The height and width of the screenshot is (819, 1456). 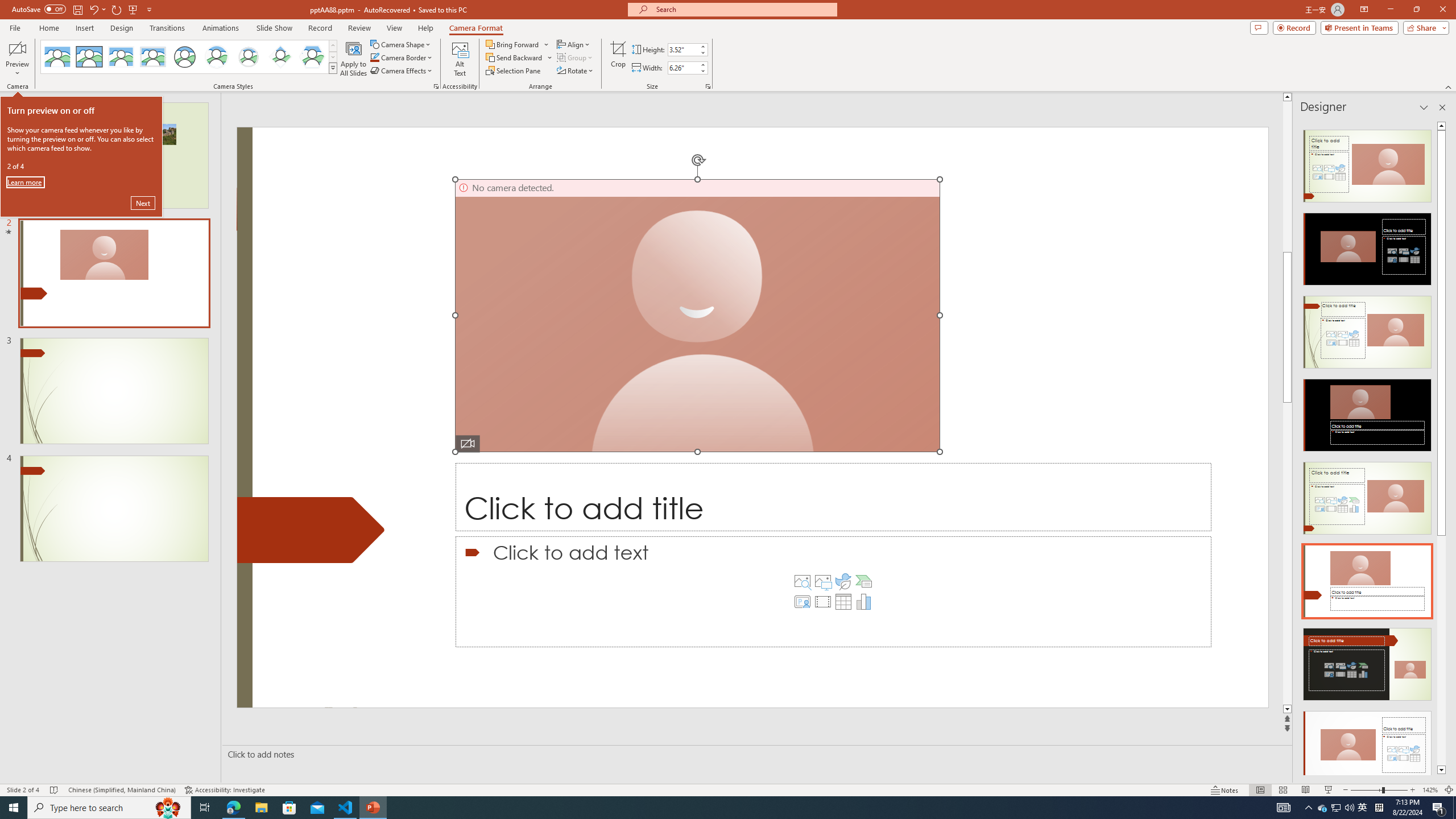 What do you see at coordinates (1430, 790) in the screenshot?
I see `'Zoom 142%'` at bounding box center [1430, 790].